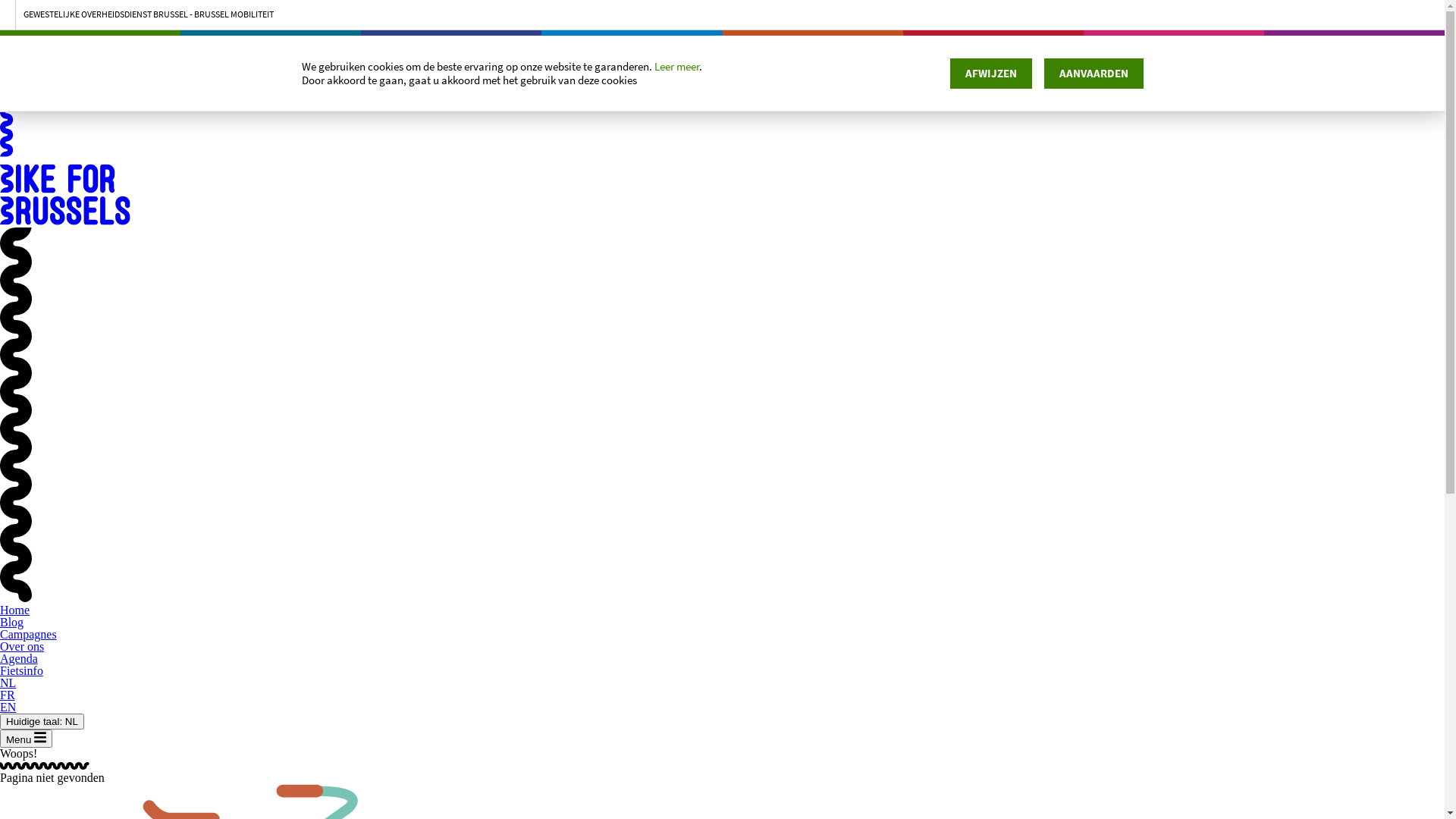 This screenshot has width=1456, height=819. I want to click on 'Agenda', so click(0, 657).